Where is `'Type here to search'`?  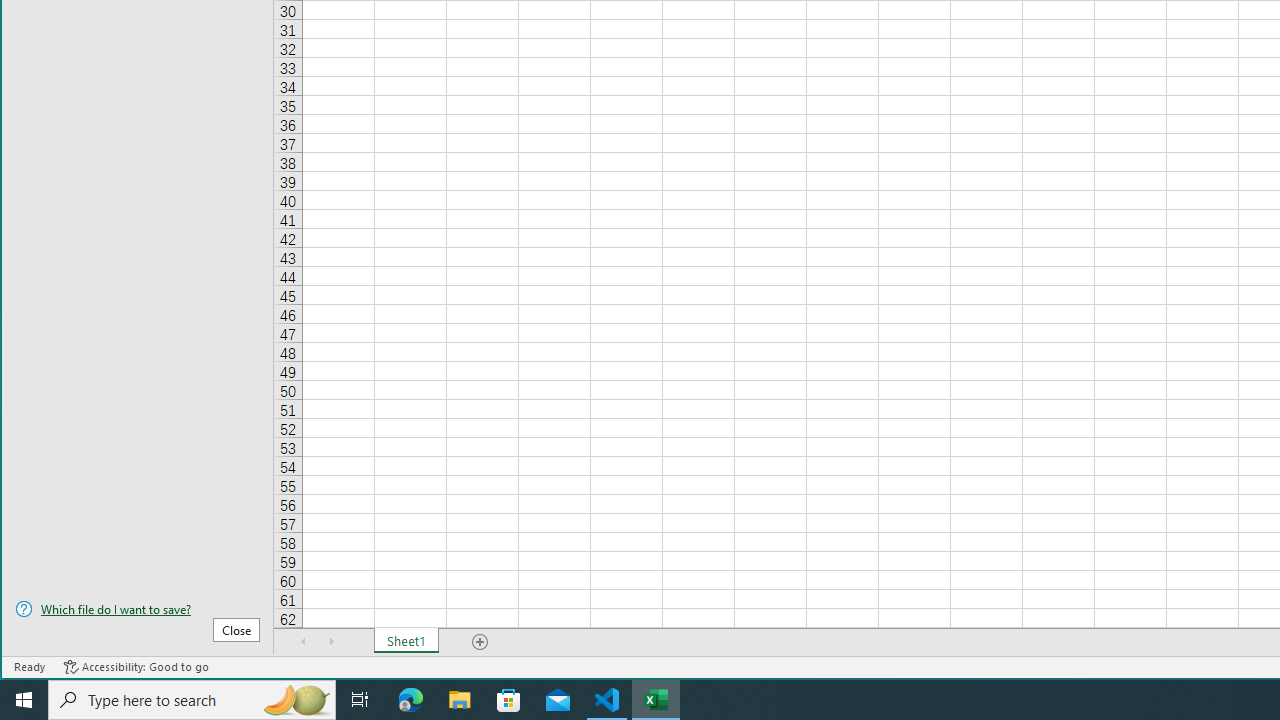
'Type here to search' is located at coordinates (192, 698).